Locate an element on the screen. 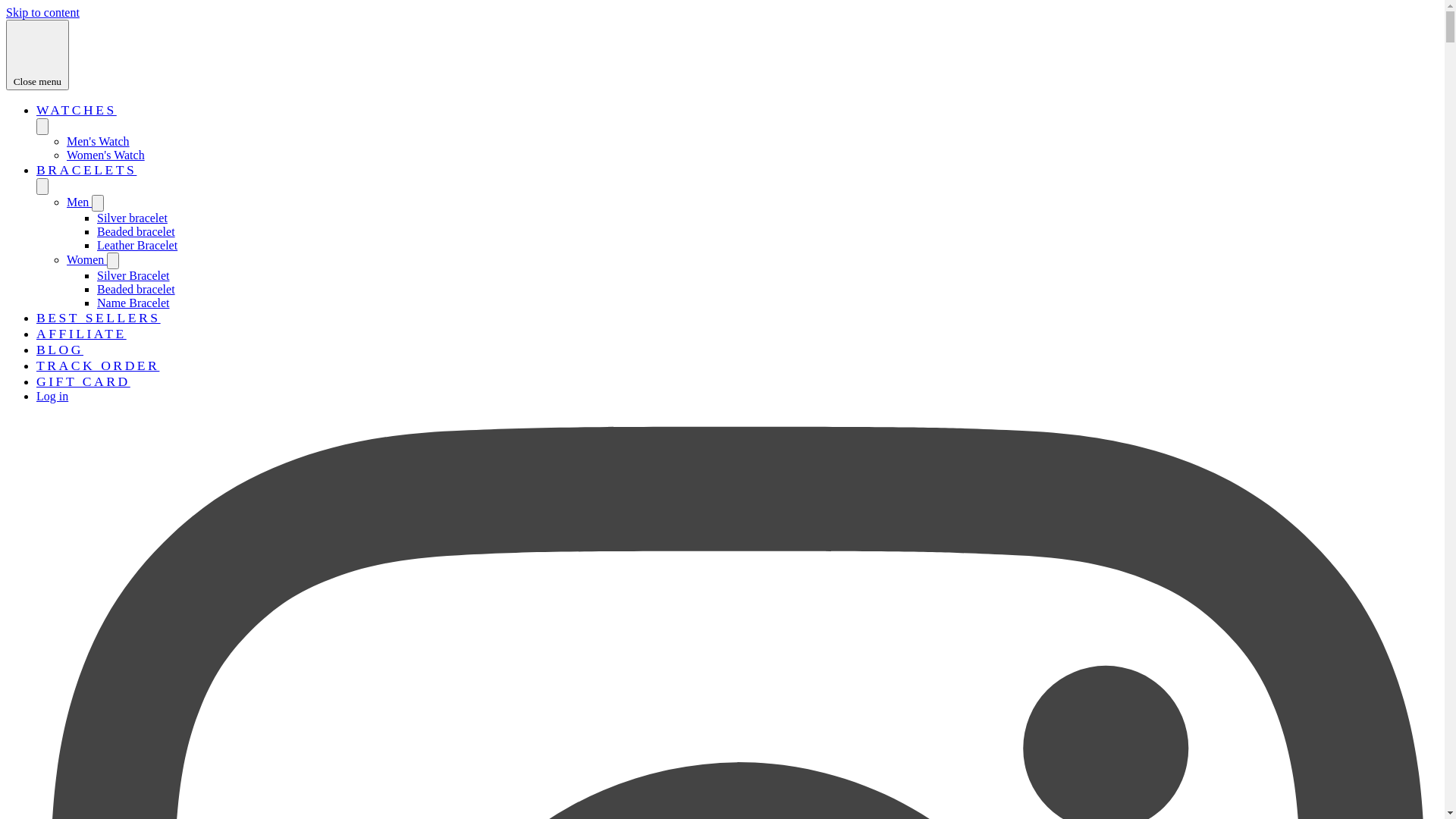 This screenshot has height=819, width=1456. 'Skip to content' is located at coordinates (42, 12).